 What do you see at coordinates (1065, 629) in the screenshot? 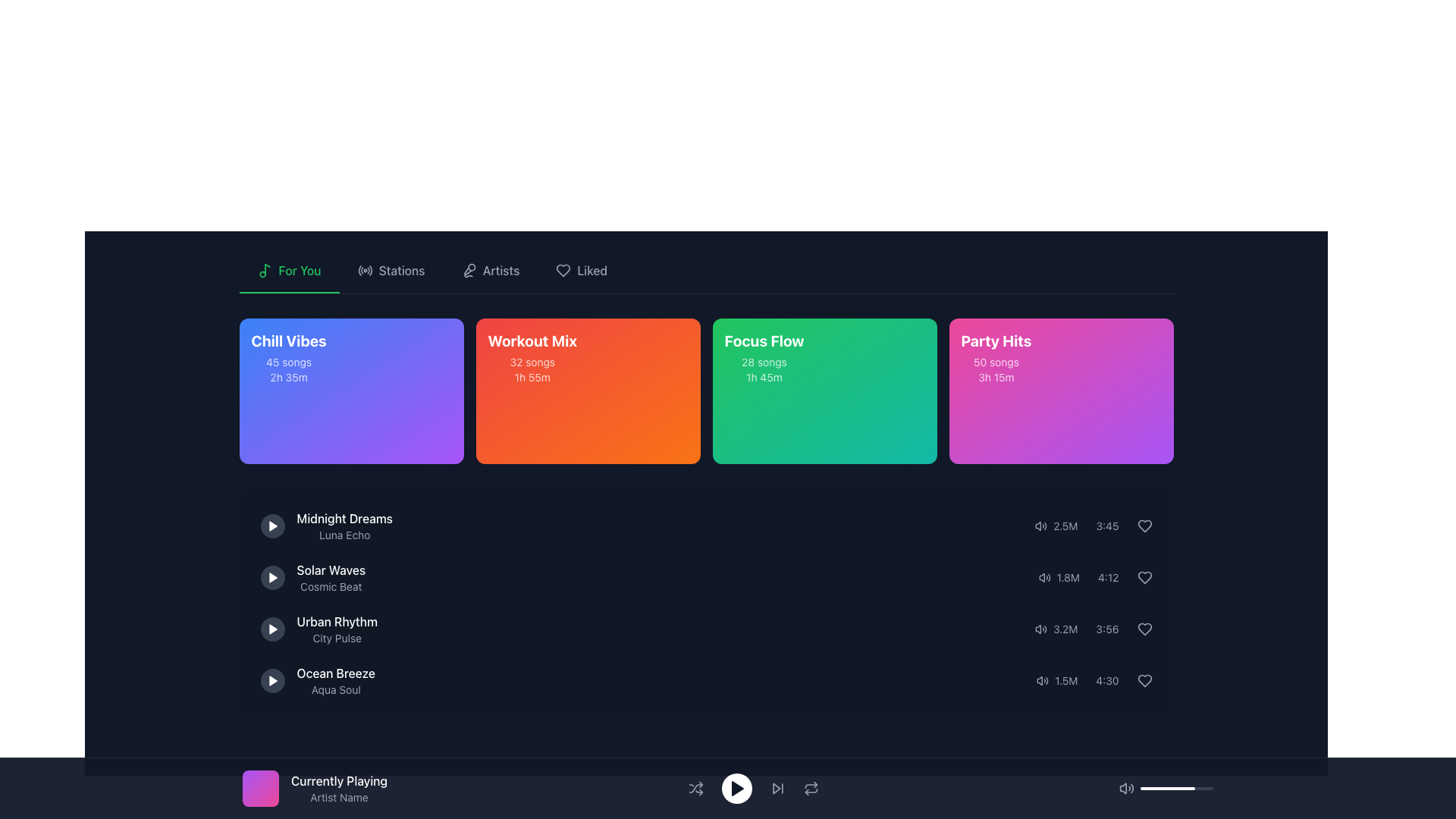
I see `text displayed in the label showing '3.2M', which is styled in gray and located in the bottom section of the interface next to a speaker icon` at bounding box center [1065, 629].